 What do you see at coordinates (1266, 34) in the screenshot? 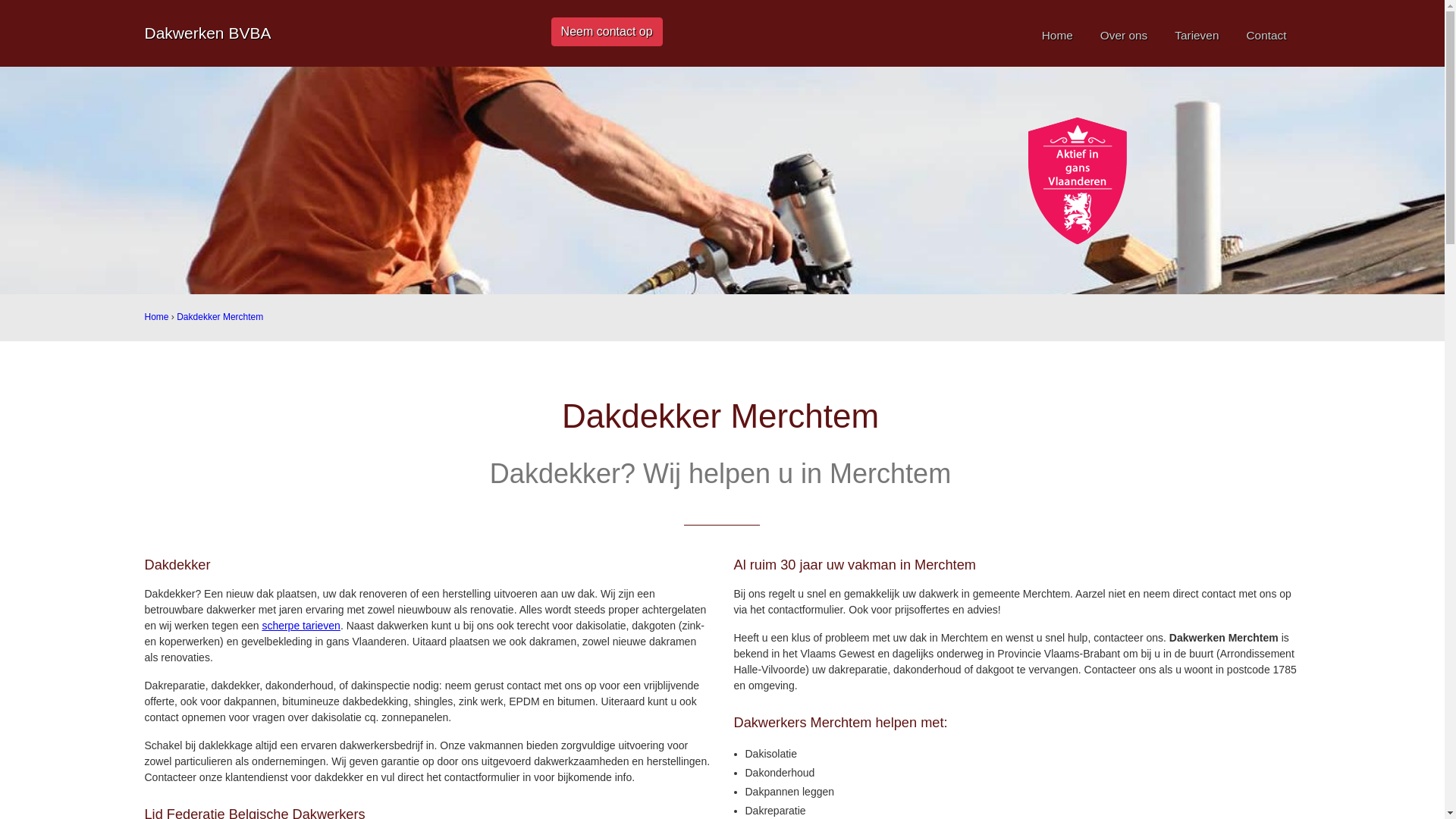
I see `'Contact'` at bounding box center [1266, 34].